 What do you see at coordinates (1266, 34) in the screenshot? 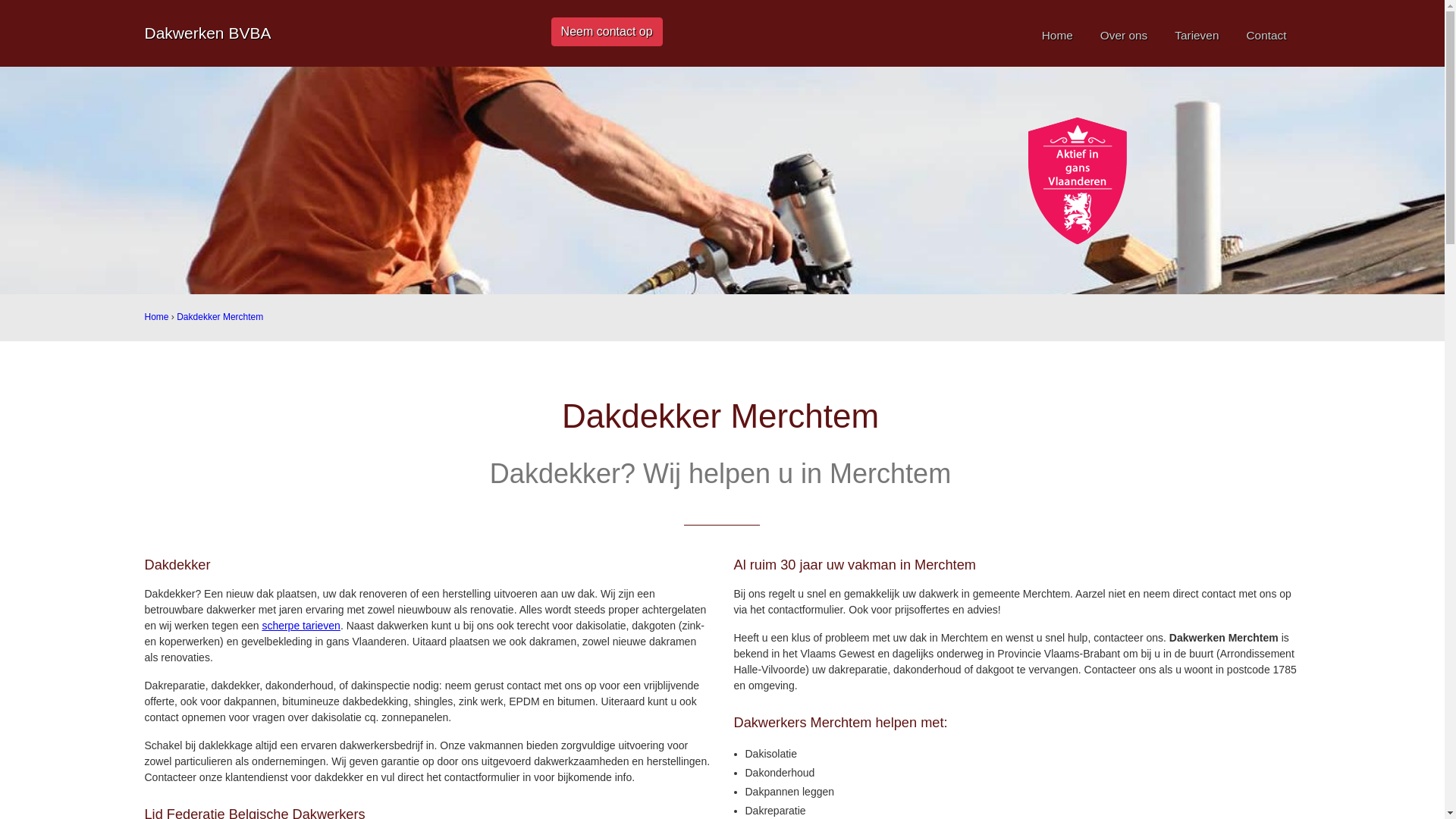
I see `'Contact'` at bounding box center [1266, 34].